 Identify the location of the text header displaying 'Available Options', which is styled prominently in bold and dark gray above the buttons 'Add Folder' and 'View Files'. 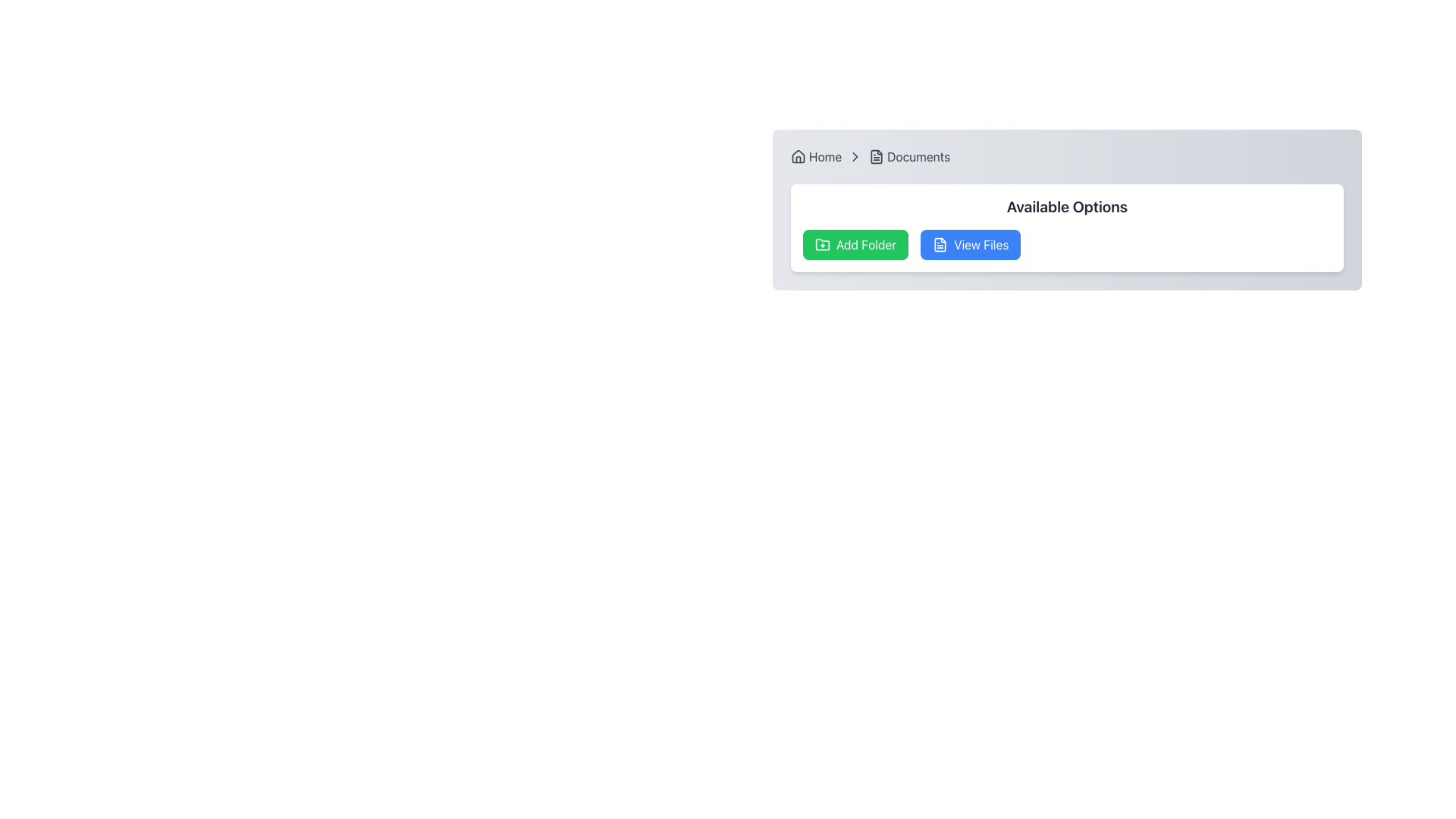
(1066, 207).